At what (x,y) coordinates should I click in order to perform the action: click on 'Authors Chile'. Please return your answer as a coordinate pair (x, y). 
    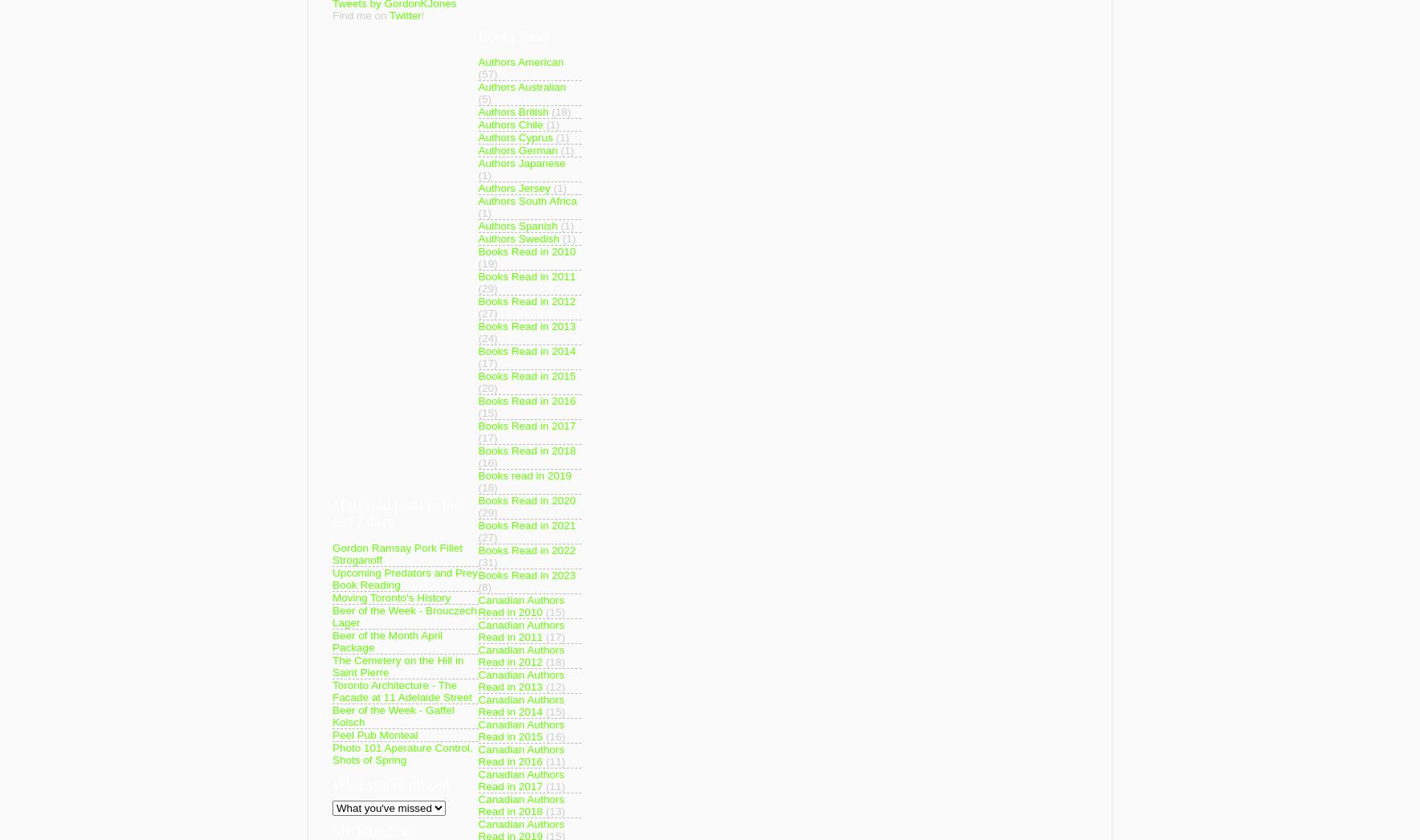
    Looking at the image, I should click on (509, 124).